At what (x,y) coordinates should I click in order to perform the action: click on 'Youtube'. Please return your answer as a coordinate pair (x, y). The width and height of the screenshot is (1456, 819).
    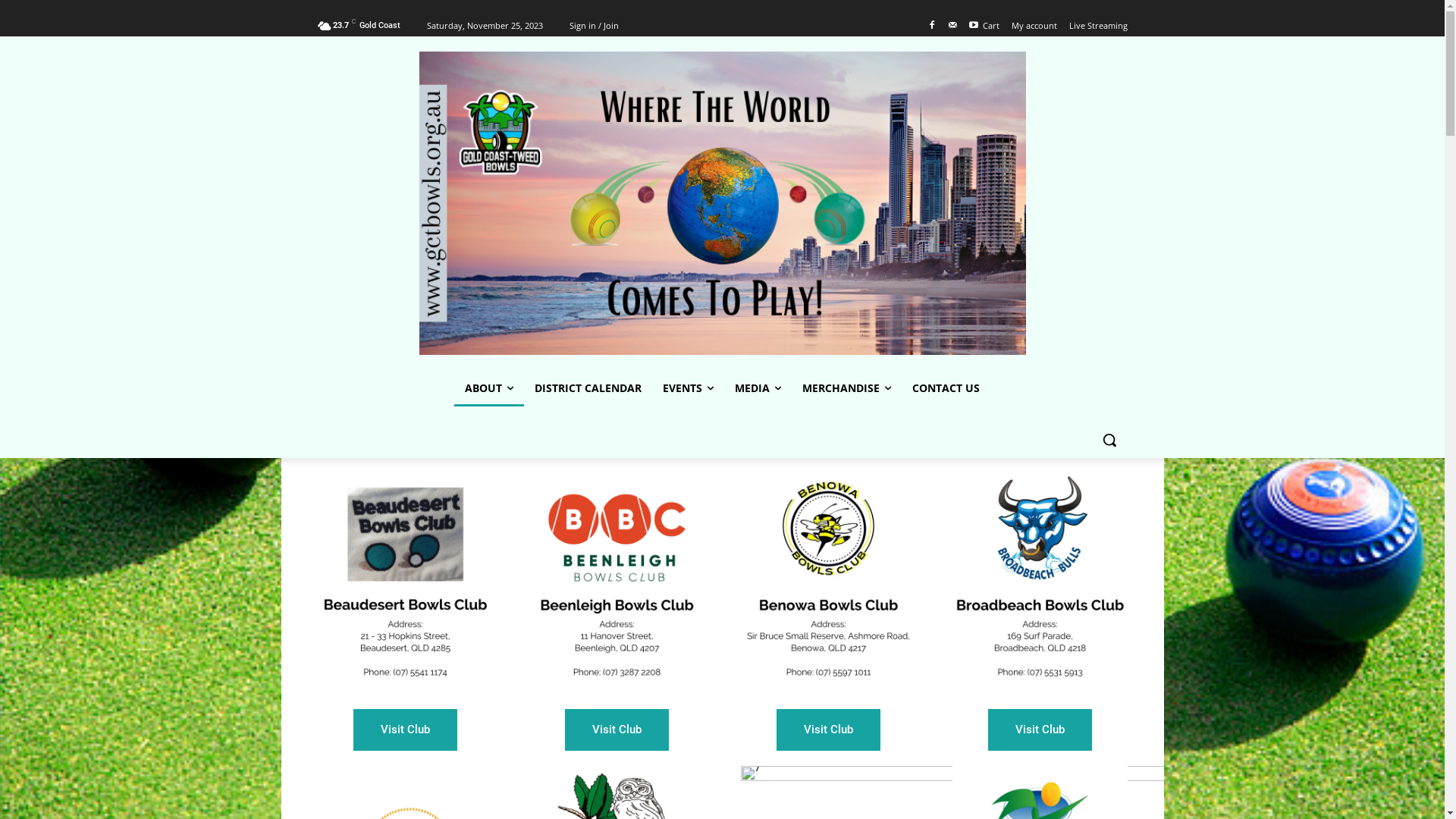
    Looking at the image, I should click on (974, 25).